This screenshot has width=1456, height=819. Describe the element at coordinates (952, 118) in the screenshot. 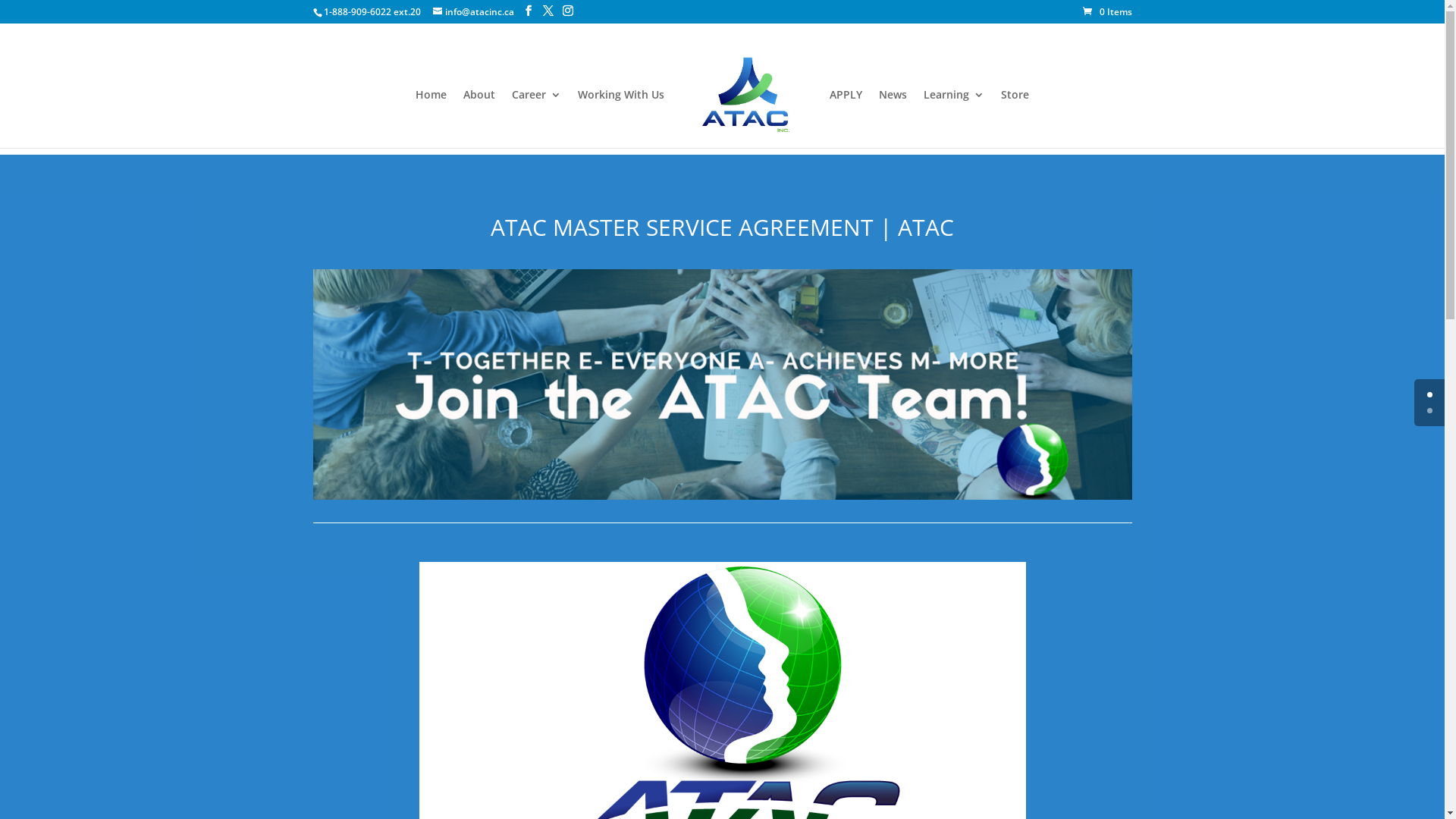

I see `'Learning'` at that location.